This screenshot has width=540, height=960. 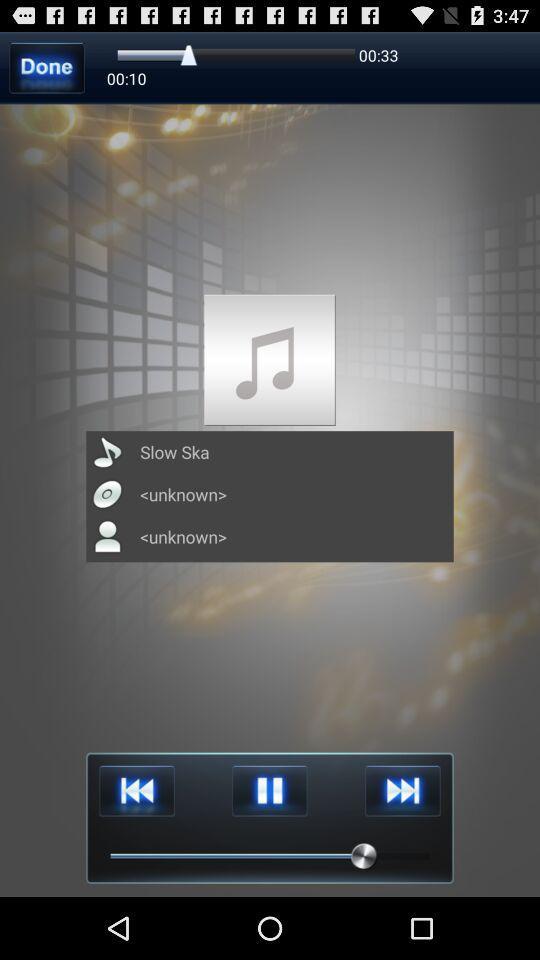 I want to click on skip to next song, so click(x=402, y=791).